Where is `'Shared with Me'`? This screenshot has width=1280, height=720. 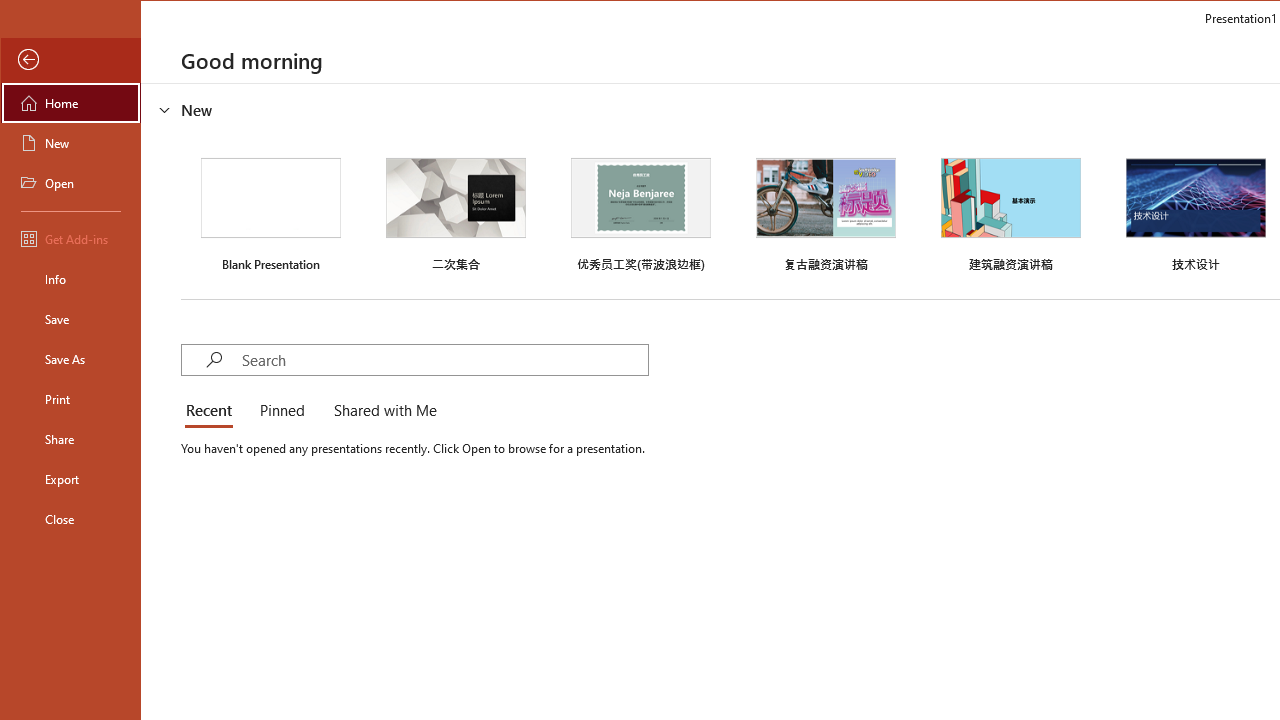
'Shared with Me' is located at coordinates (381, 410).